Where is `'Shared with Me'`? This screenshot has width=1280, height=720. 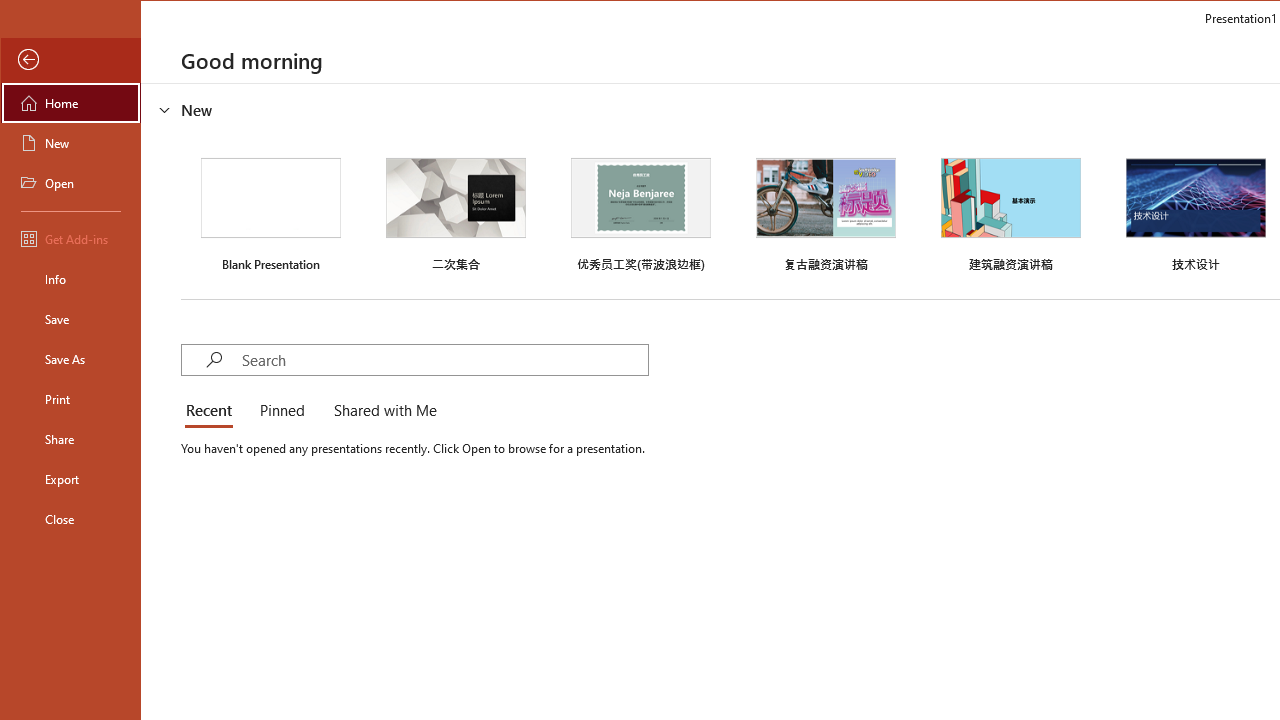
'Shared with Me' is located at coordinates (381, 410).